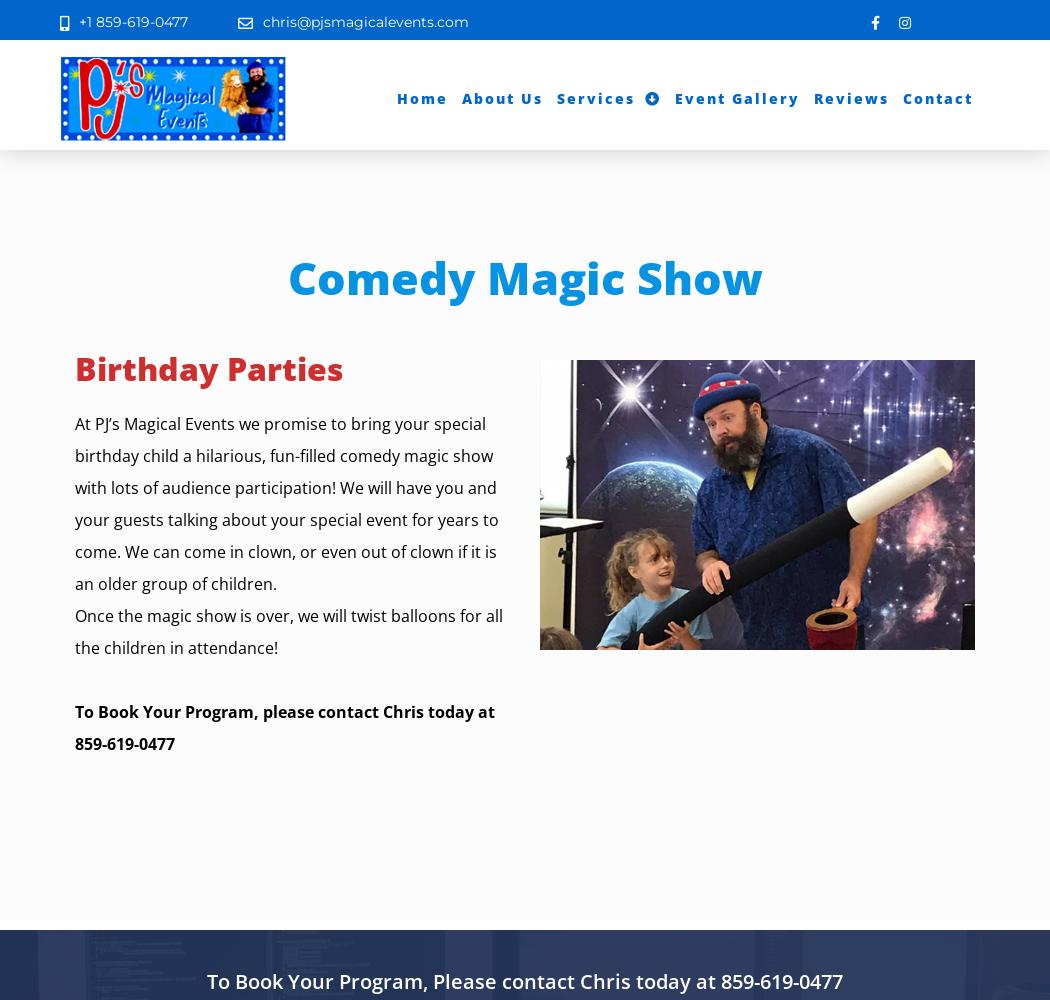  Describe the element at coordinates (420, 97) in the screenshot. I see `'Home'` at that location.